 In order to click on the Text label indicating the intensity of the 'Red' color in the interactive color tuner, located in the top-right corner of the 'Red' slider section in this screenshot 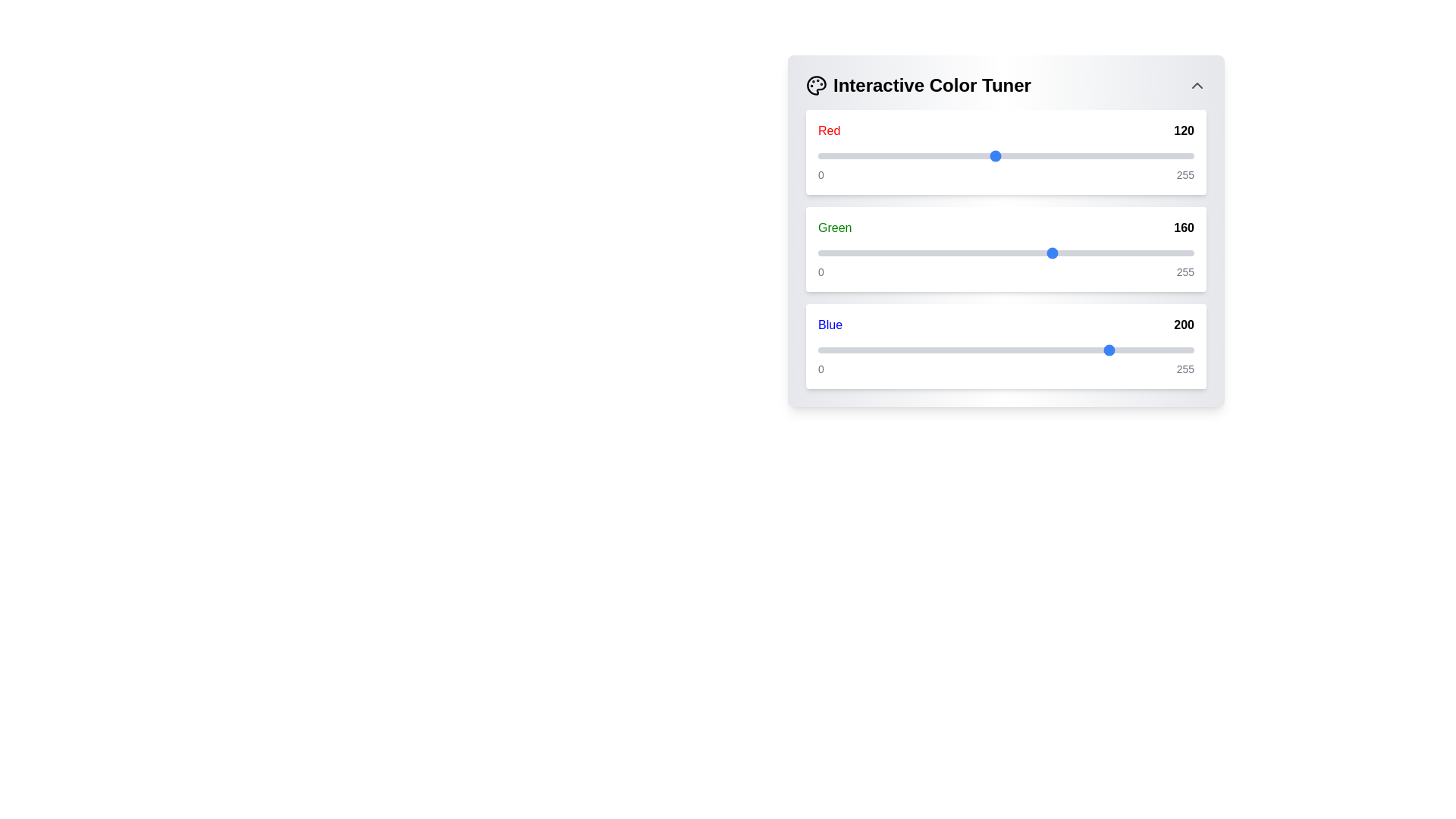, I will do `click(1183, 130)`.